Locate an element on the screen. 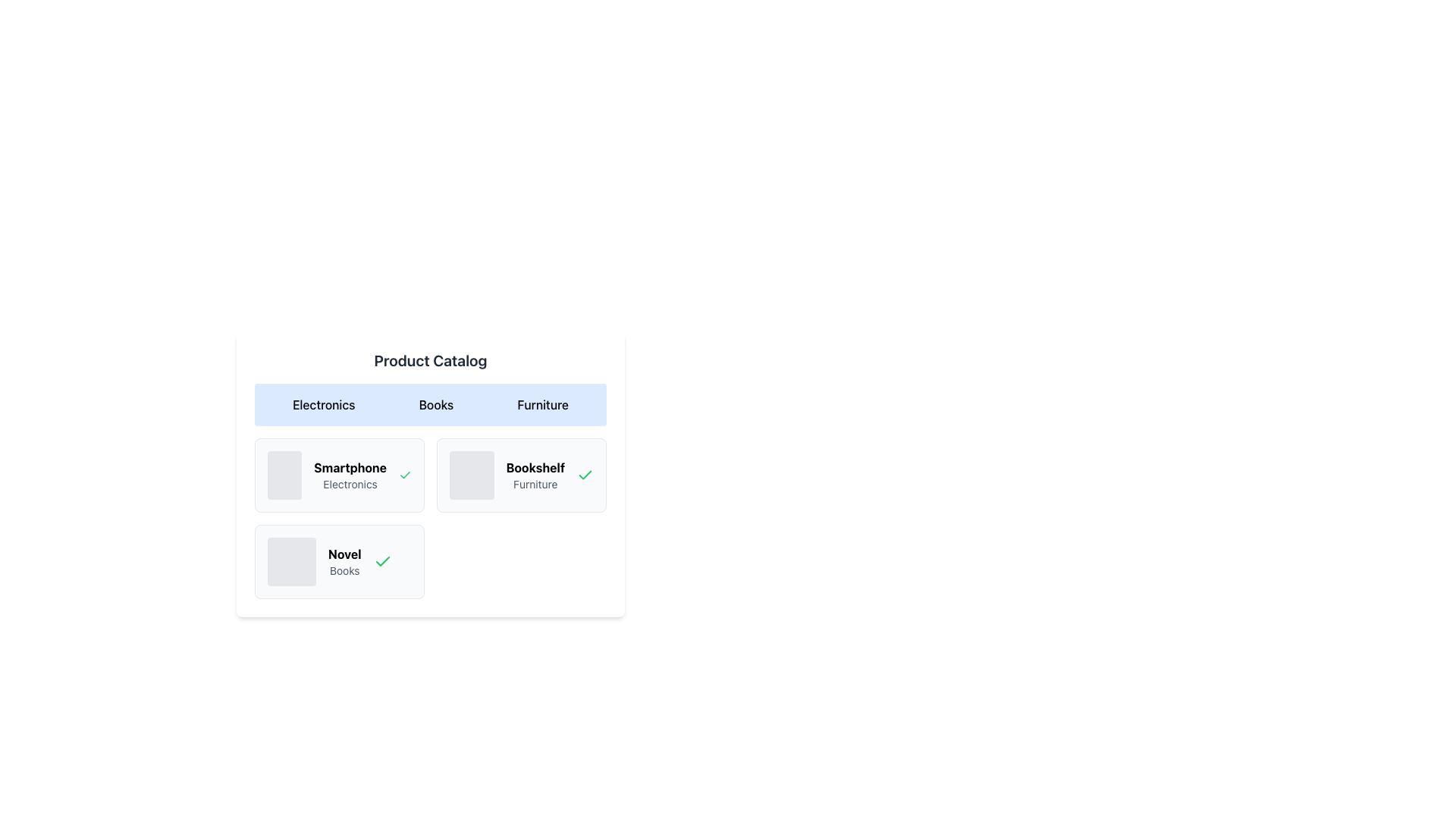 This screenshot has height=819, width=1456. the 'Furniture' button in the product catalog menu is located at coordinates (543, 403).